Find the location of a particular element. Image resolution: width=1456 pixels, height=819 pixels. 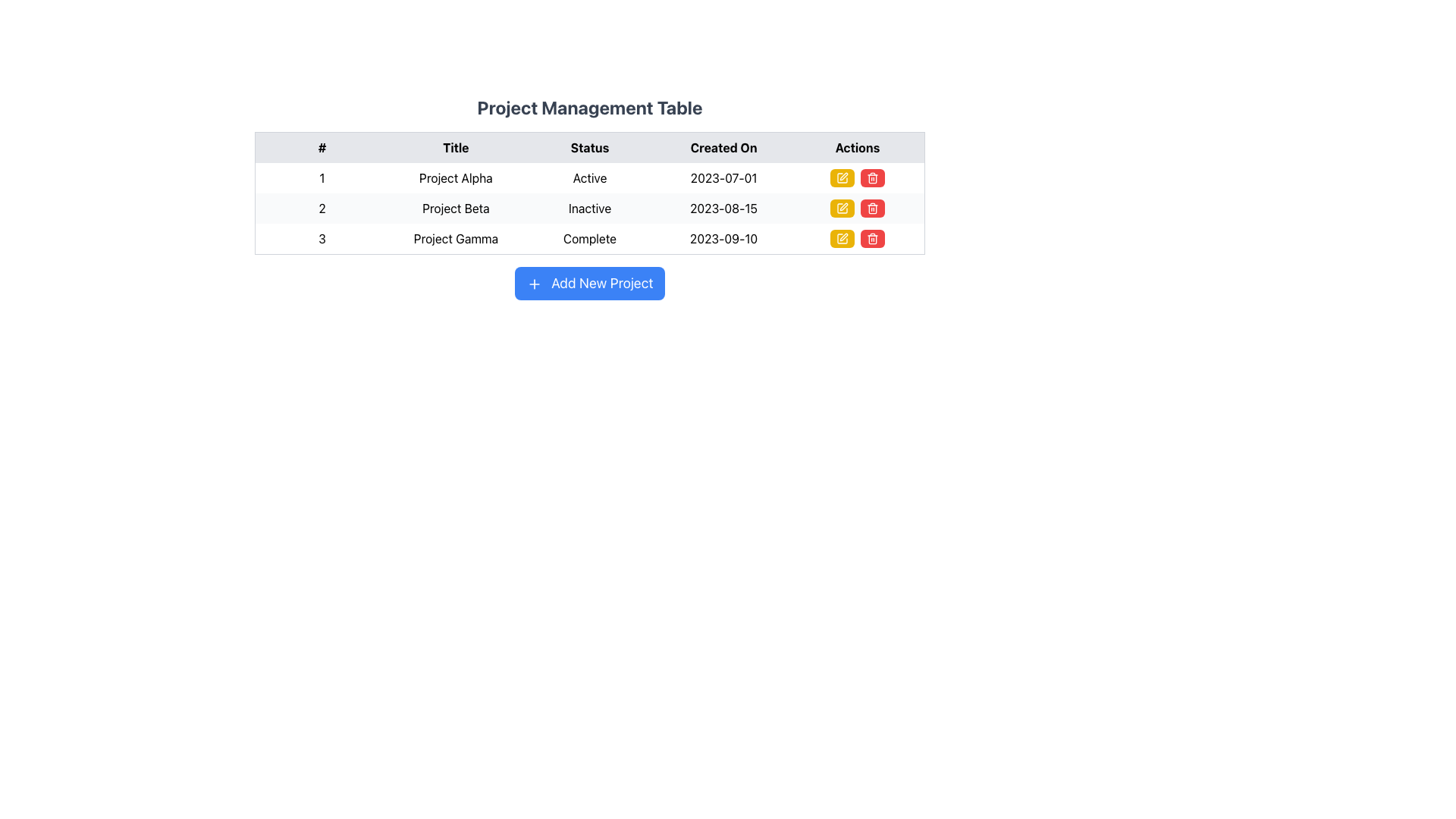

the Text Label that displays 'Project Gamma' in the second column of the third row of the 'Project Management Table' is located at coordinates (455, 239).